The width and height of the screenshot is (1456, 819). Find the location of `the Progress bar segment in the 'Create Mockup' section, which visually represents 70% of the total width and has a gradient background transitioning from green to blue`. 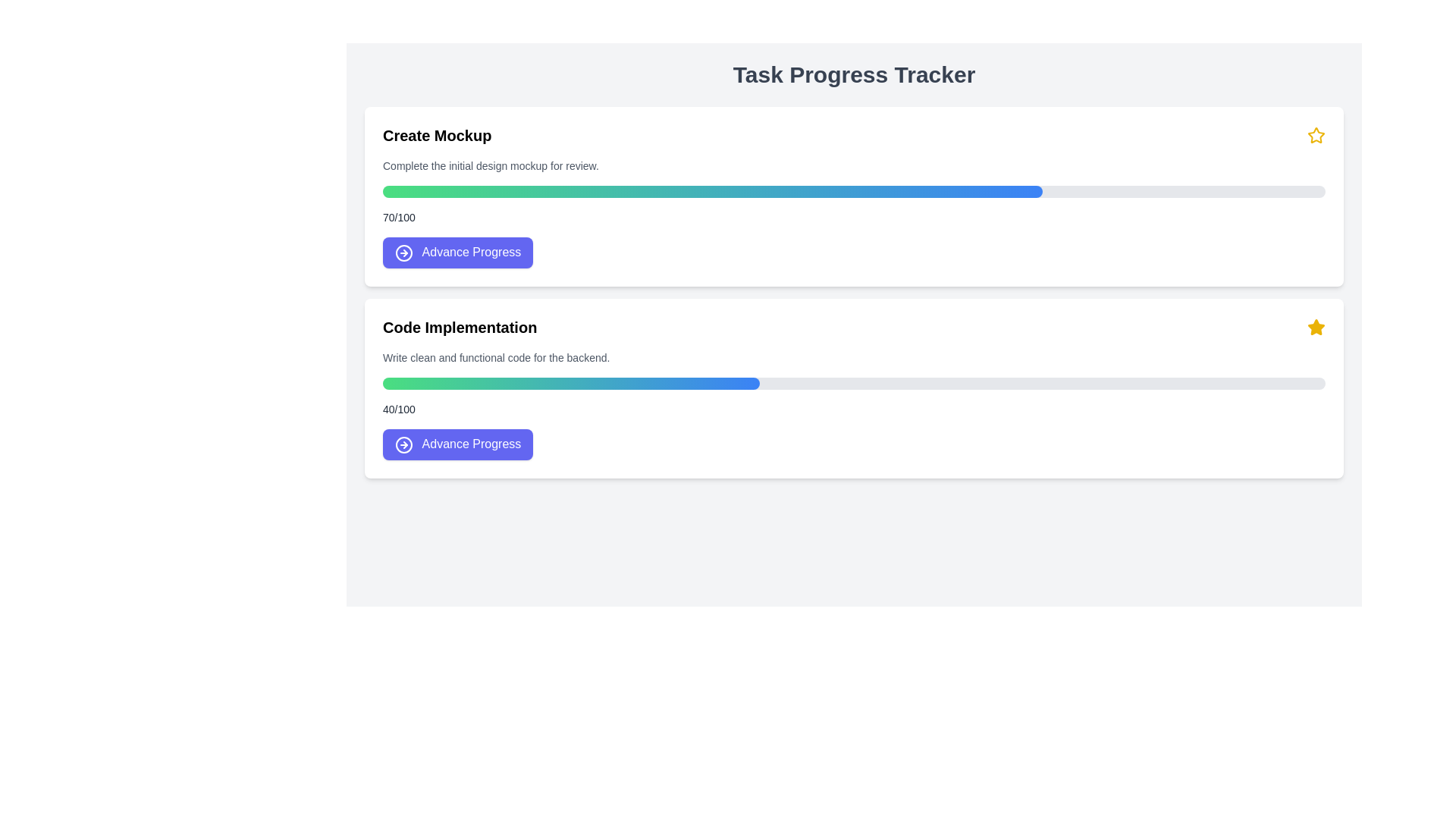

the Progress bar segment in the 'Create Mockup' section, which visually represents 70% of the total width and has a gradient background transitioning from green to blue is located at coordinates (712, 191).